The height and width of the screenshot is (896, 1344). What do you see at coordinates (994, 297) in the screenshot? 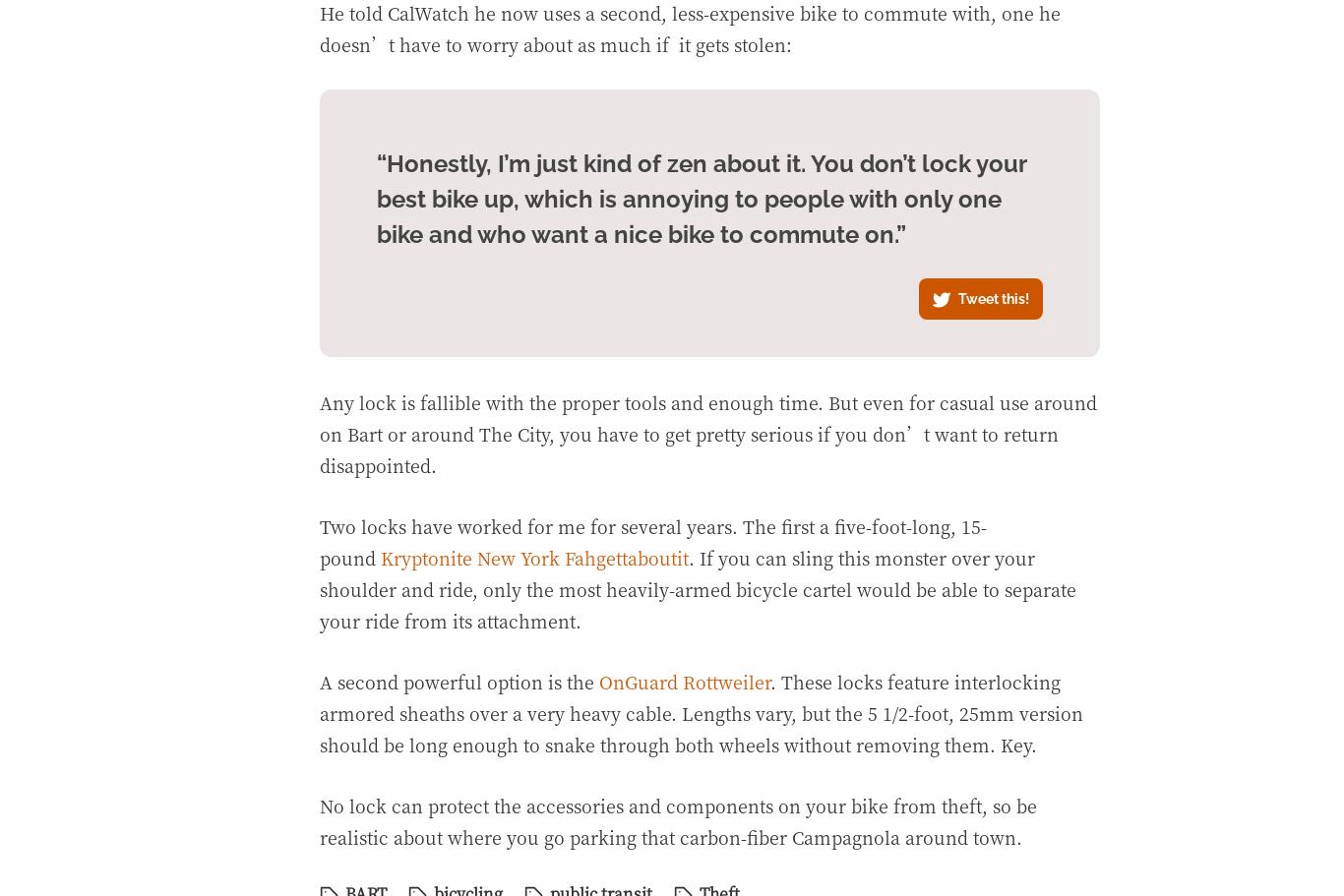
I see `'Tweet this!'` at bounding box center [994, 297].